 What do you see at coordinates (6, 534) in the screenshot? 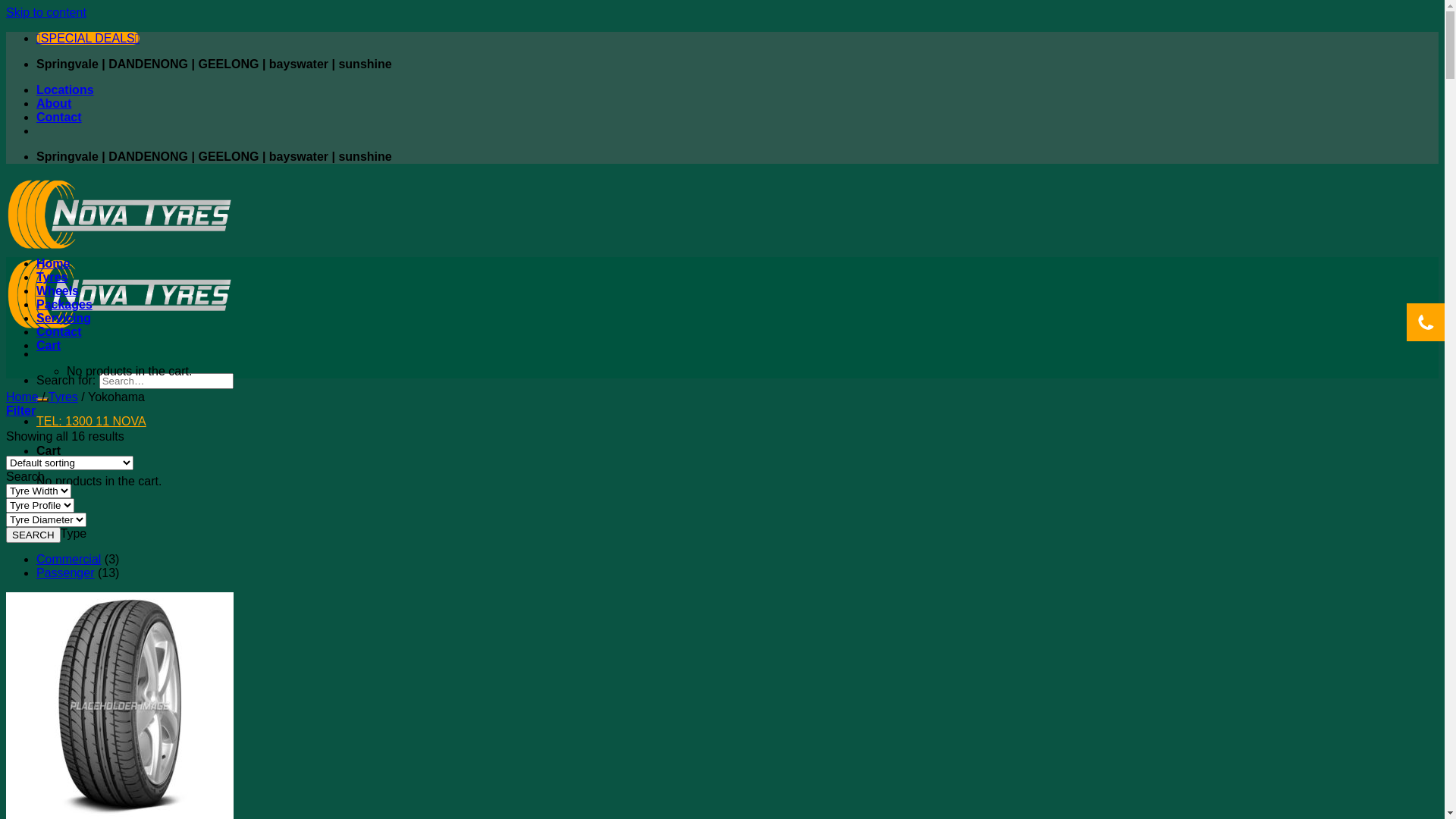
I see `'SEARCH'` at bounding box center [6, 534].